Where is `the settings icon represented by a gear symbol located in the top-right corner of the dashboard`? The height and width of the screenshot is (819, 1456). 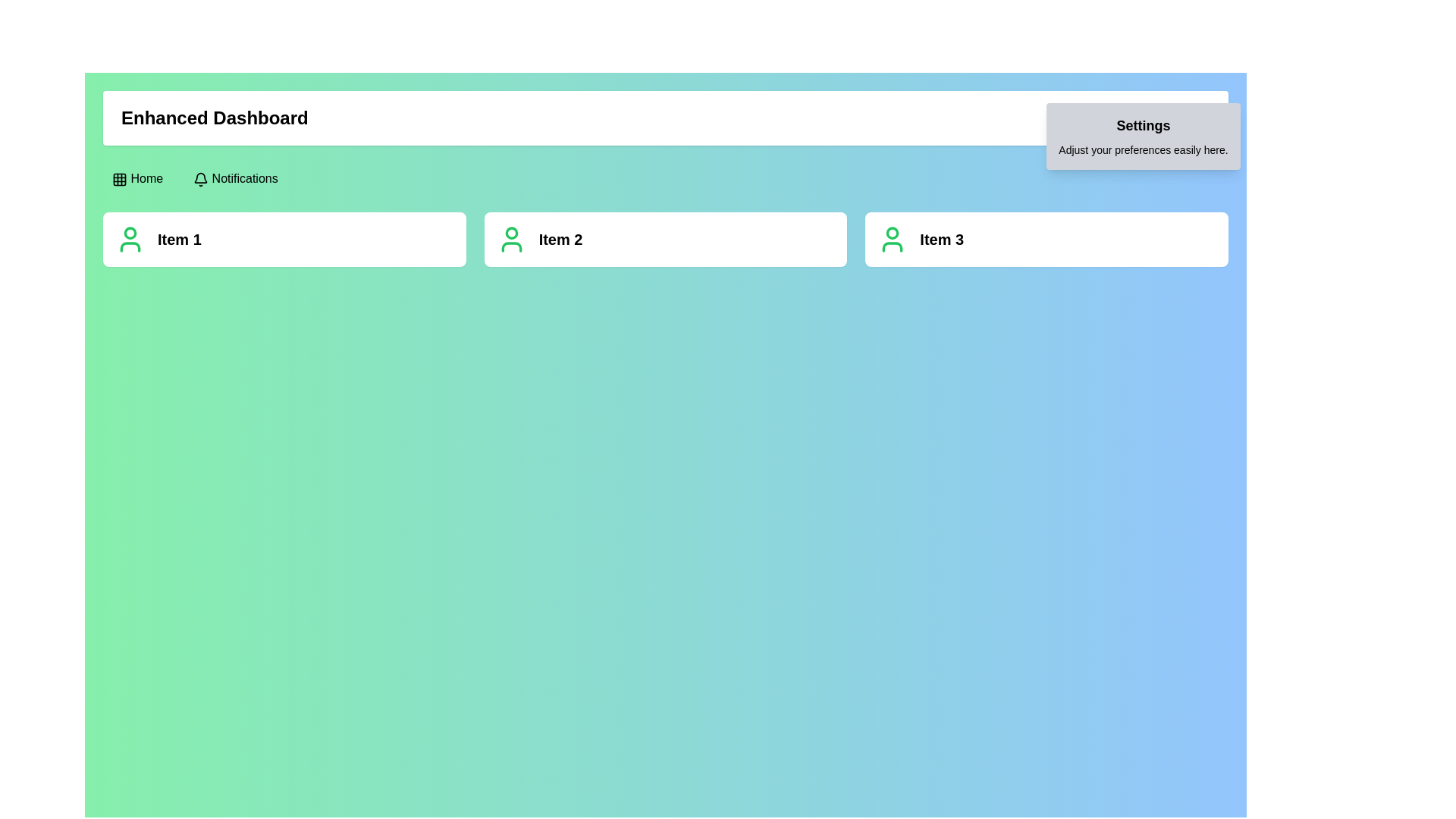 the settings icon represented by a gear symbol located in the top-right corner of the dashboard is located at coordinates (1121, 117).